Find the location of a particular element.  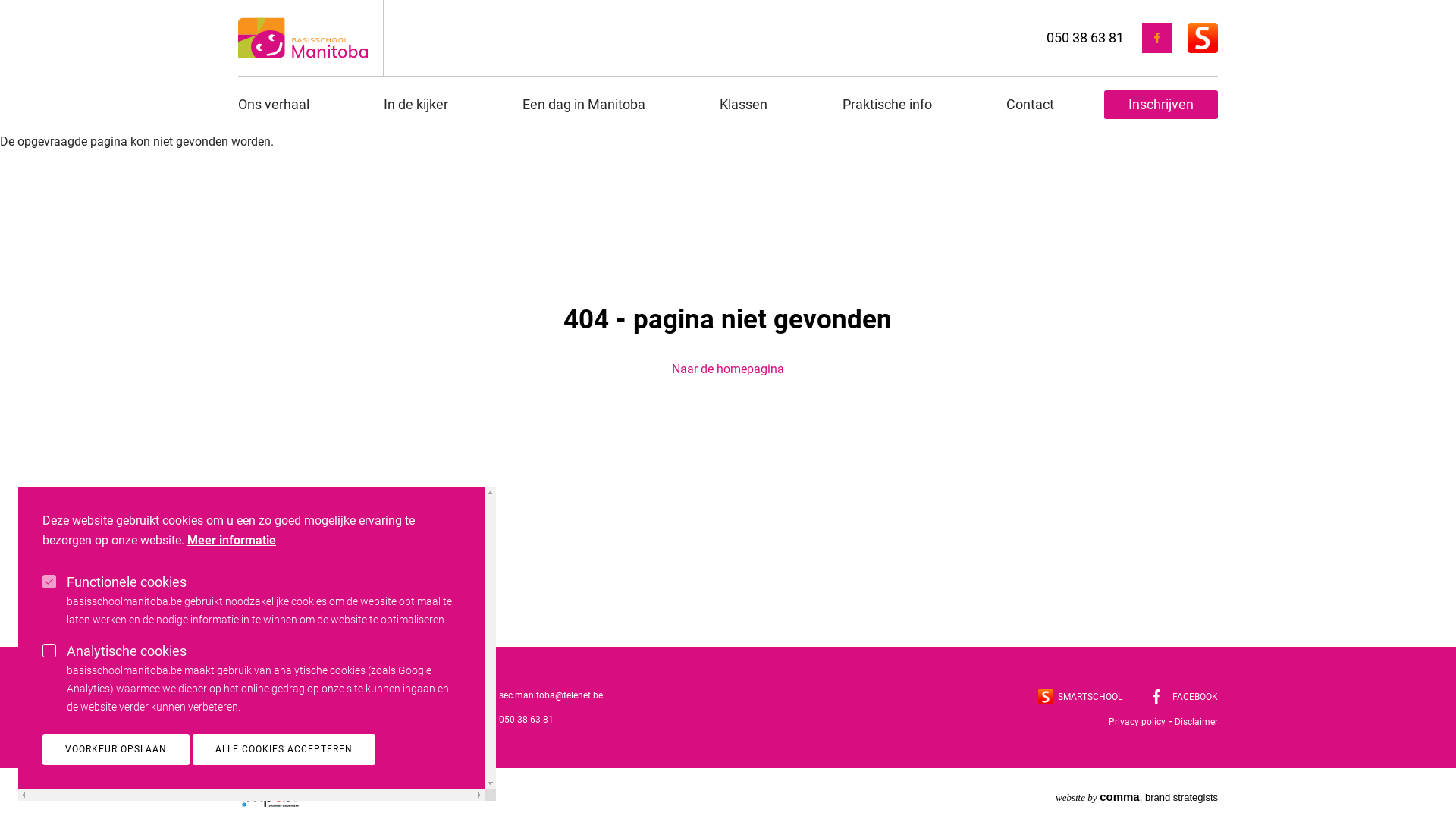

'Ons verhaal' is located at coordinates (286, 104).